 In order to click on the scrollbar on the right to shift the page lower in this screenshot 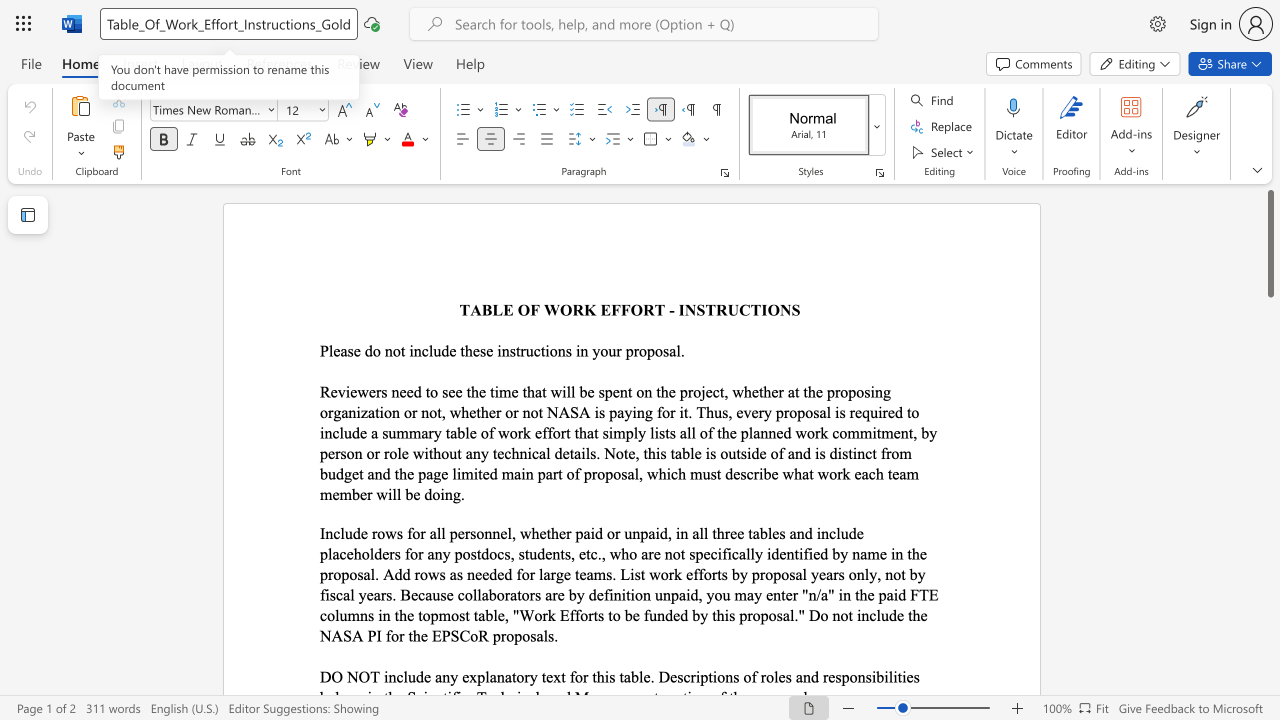, I will do `click(1269, 588)`.